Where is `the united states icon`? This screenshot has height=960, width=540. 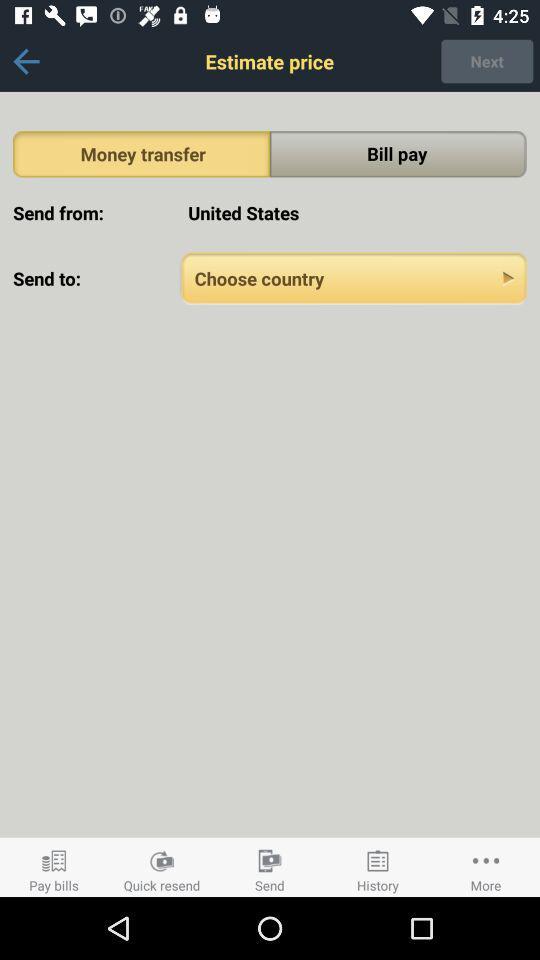
the united states icon is located at coordinates (353, 213).